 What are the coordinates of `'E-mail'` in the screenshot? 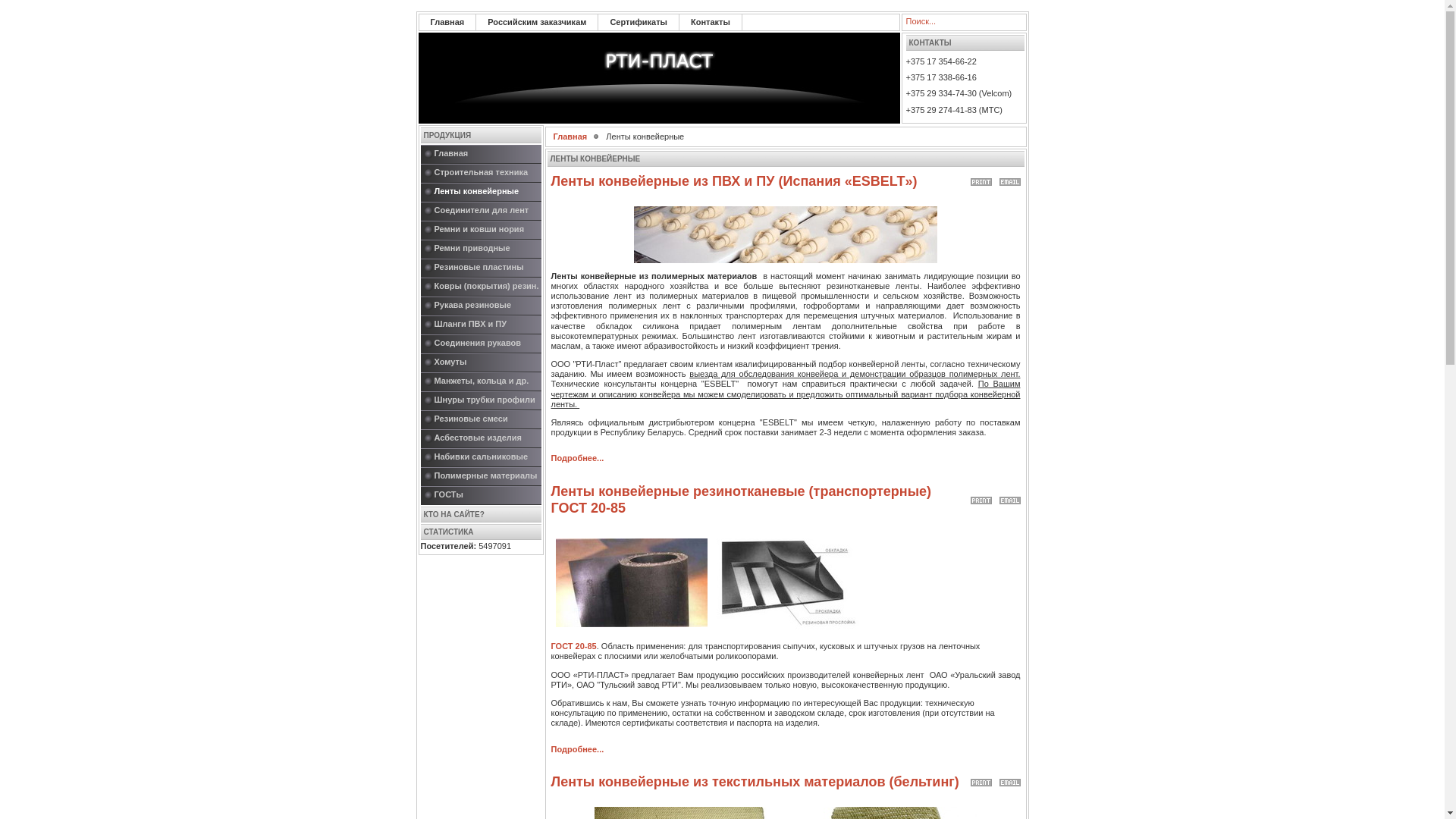 It's located at (1009, 497).